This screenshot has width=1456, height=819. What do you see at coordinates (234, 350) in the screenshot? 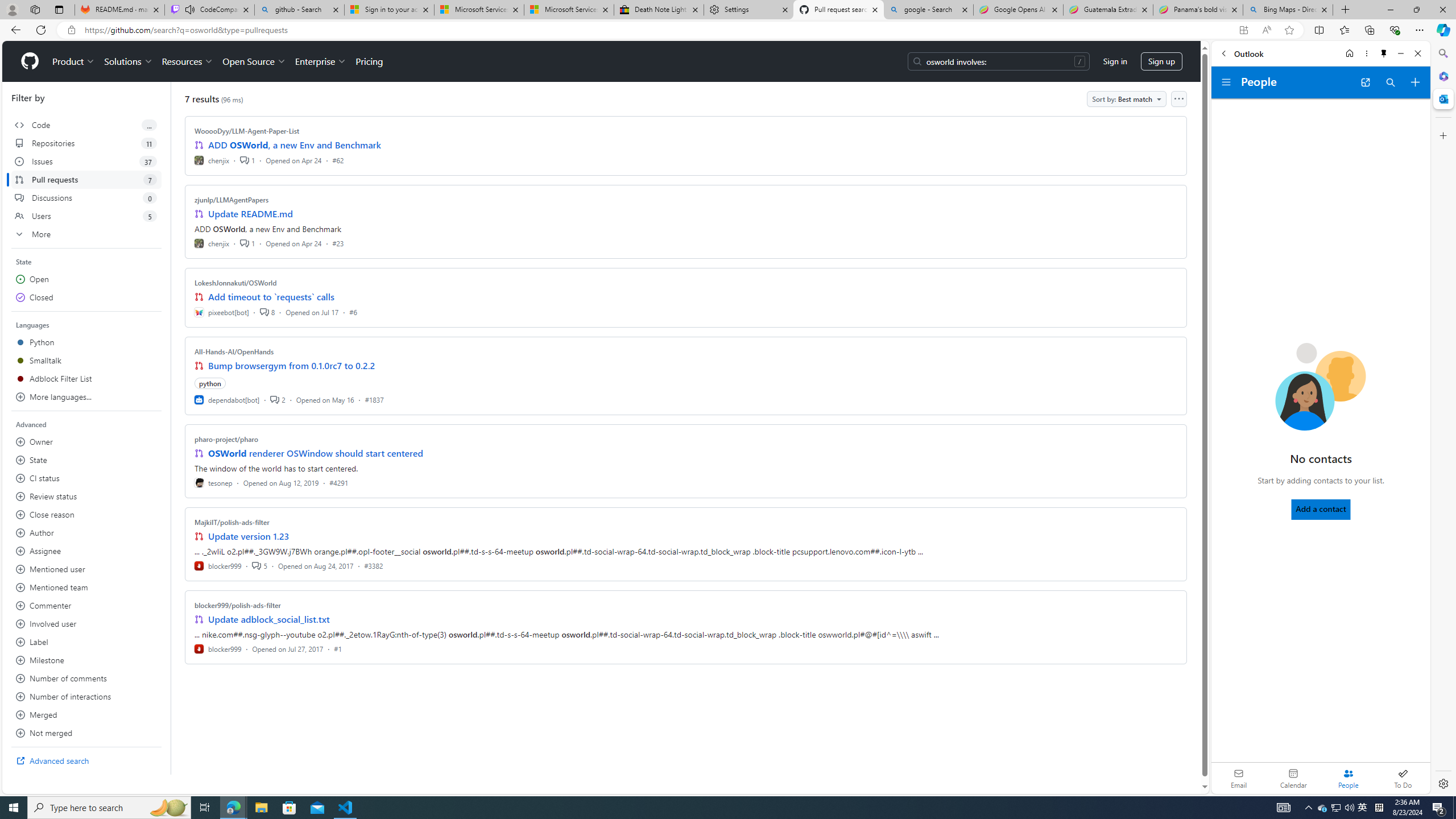
I see `'All-Hands-AI/OpenHands'` at bounding box center [234, 350].